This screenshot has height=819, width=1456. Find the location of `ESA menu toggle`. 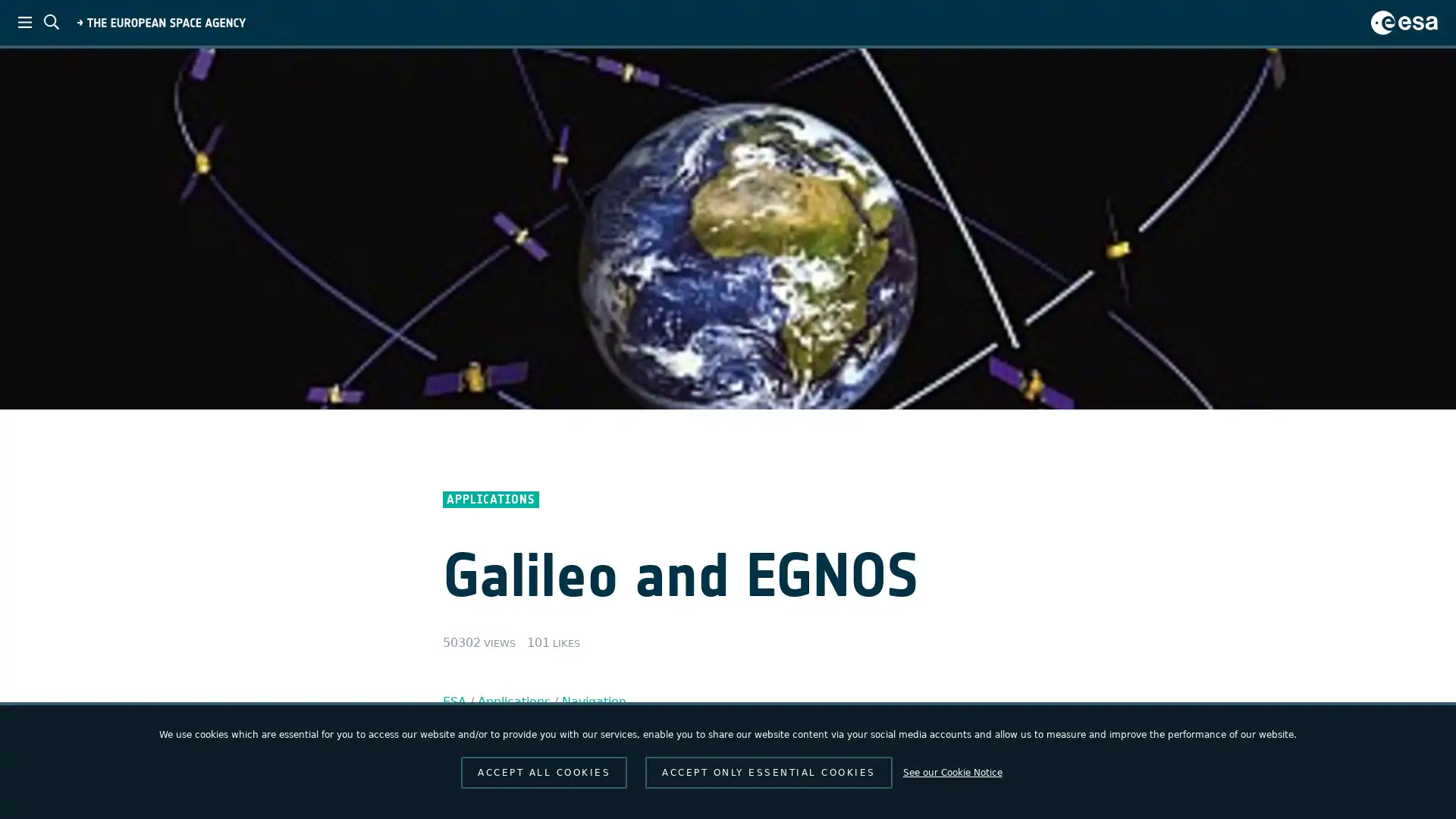

ESA menu toggle is located at coordinates (25, 23).